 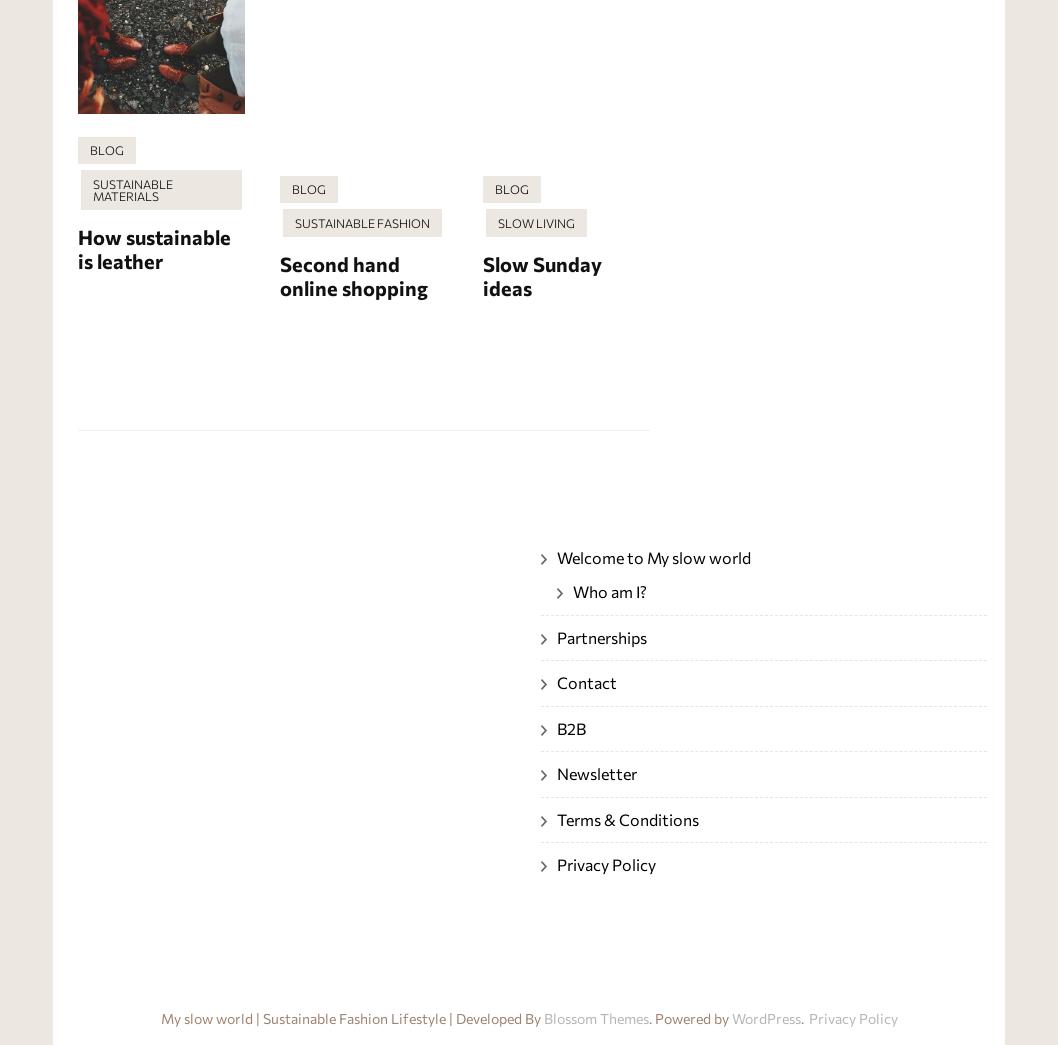 I want to click on 'Partnerships', so click(x=602, y=635).